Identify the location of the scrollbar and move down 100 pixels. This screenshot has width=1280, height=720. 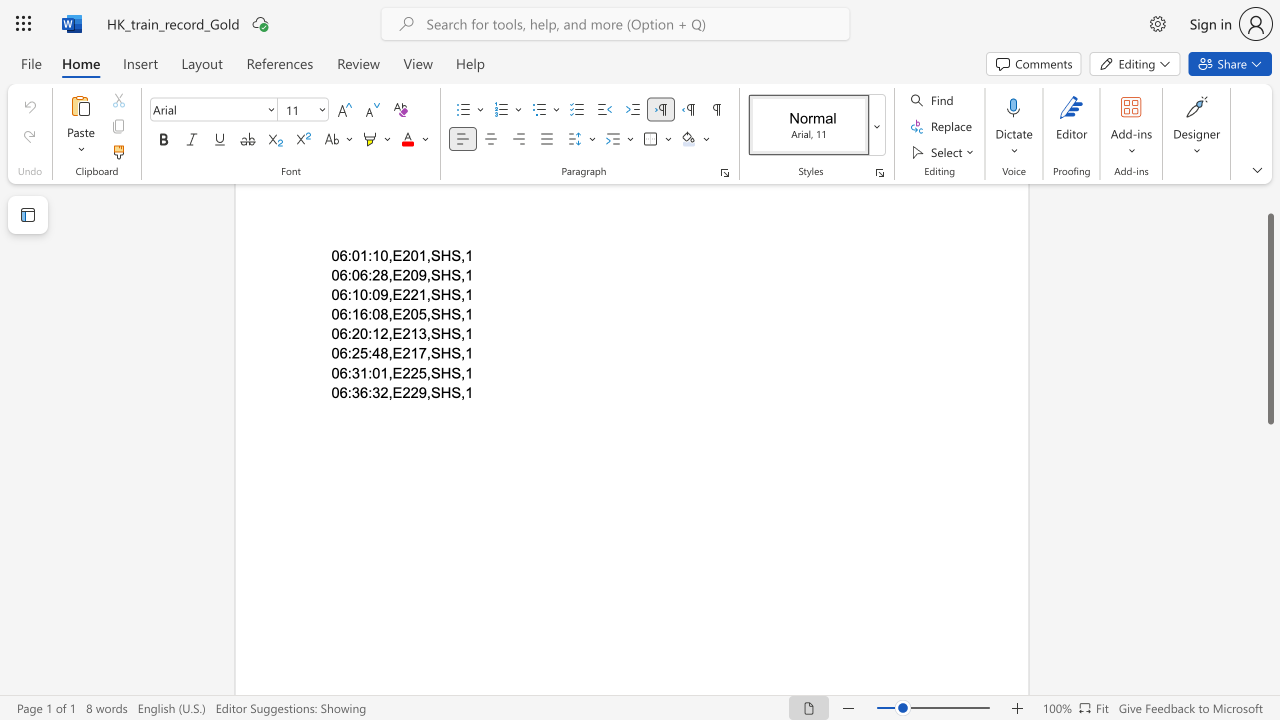
(1269, 318).